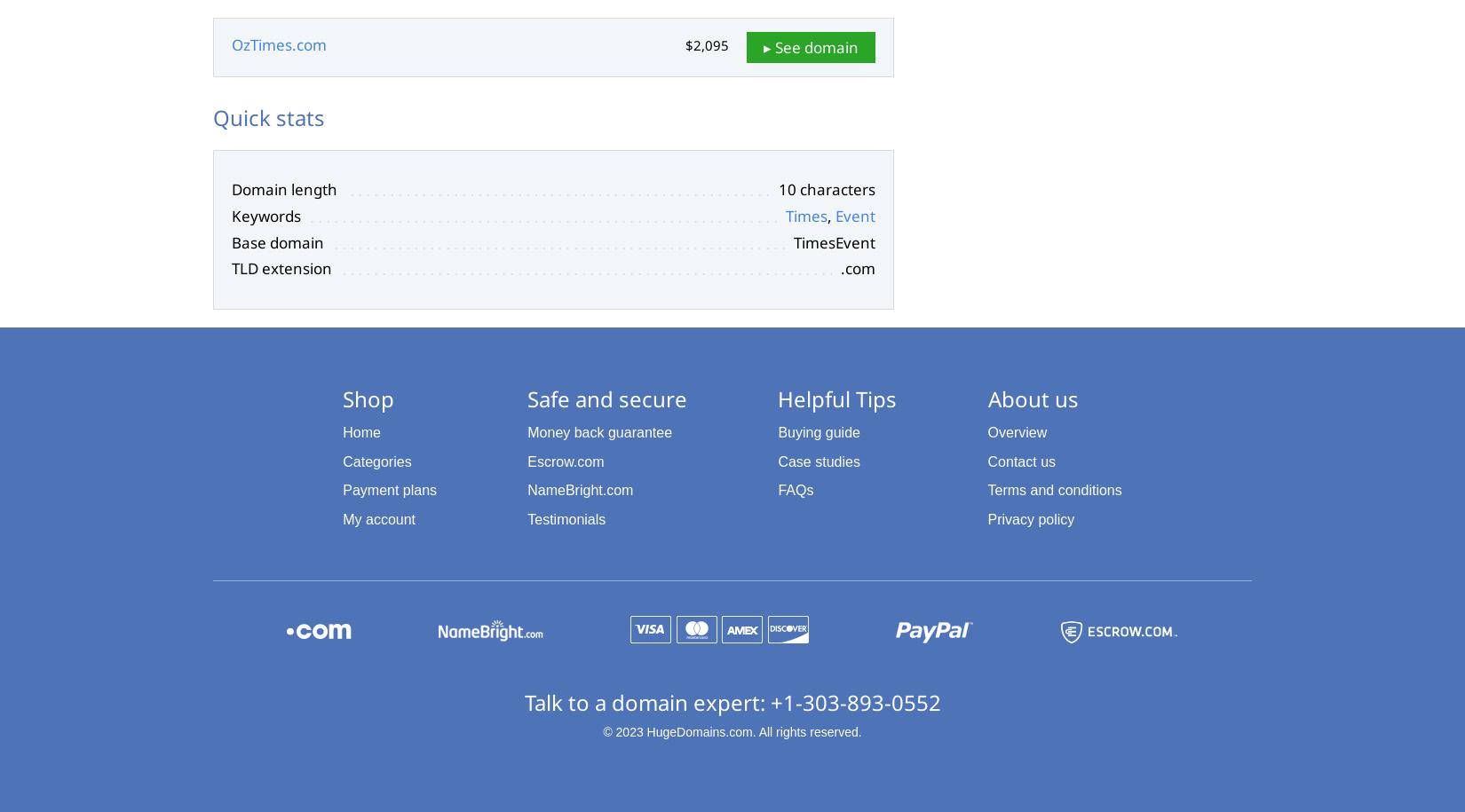  I want to click on 'TLD extension', so click(281, 267).